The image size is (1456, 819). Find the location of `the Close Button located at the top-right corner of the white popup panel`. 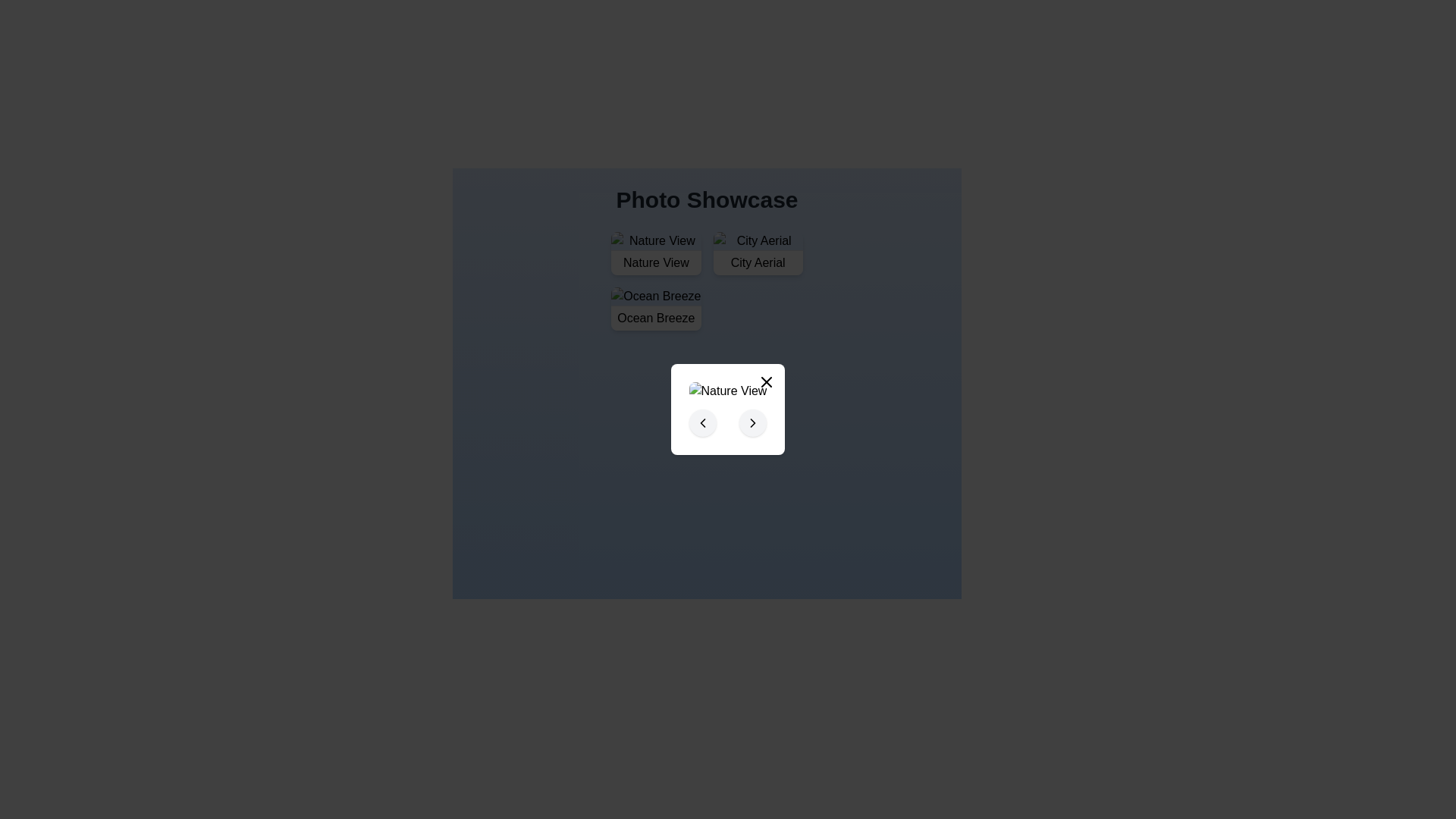

the Close Button located at the top-right corner of the white popup panel is located at coordinates (767, 381).